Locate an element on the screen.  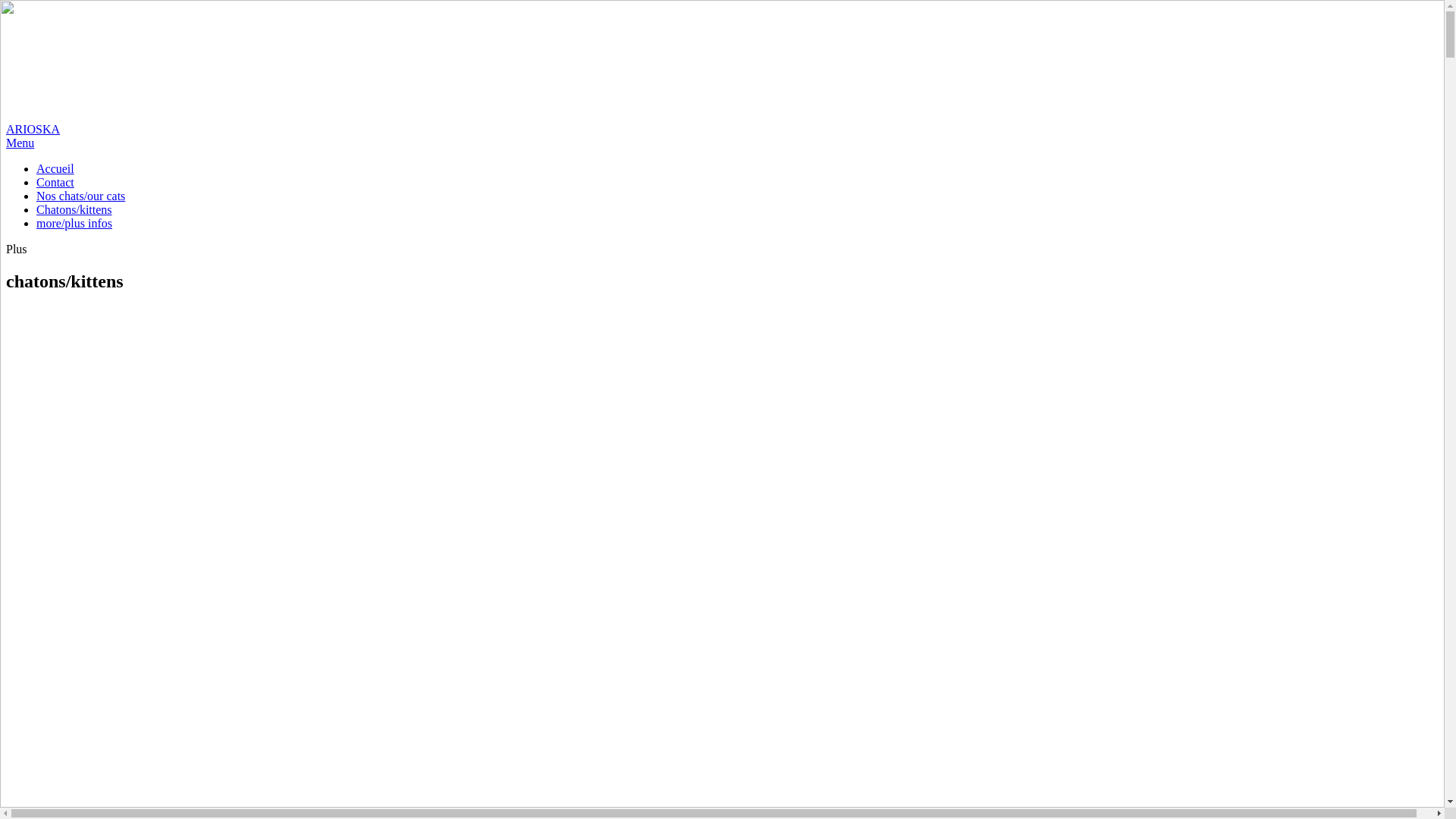
'Accueil' is located at coordinates (36, 168).